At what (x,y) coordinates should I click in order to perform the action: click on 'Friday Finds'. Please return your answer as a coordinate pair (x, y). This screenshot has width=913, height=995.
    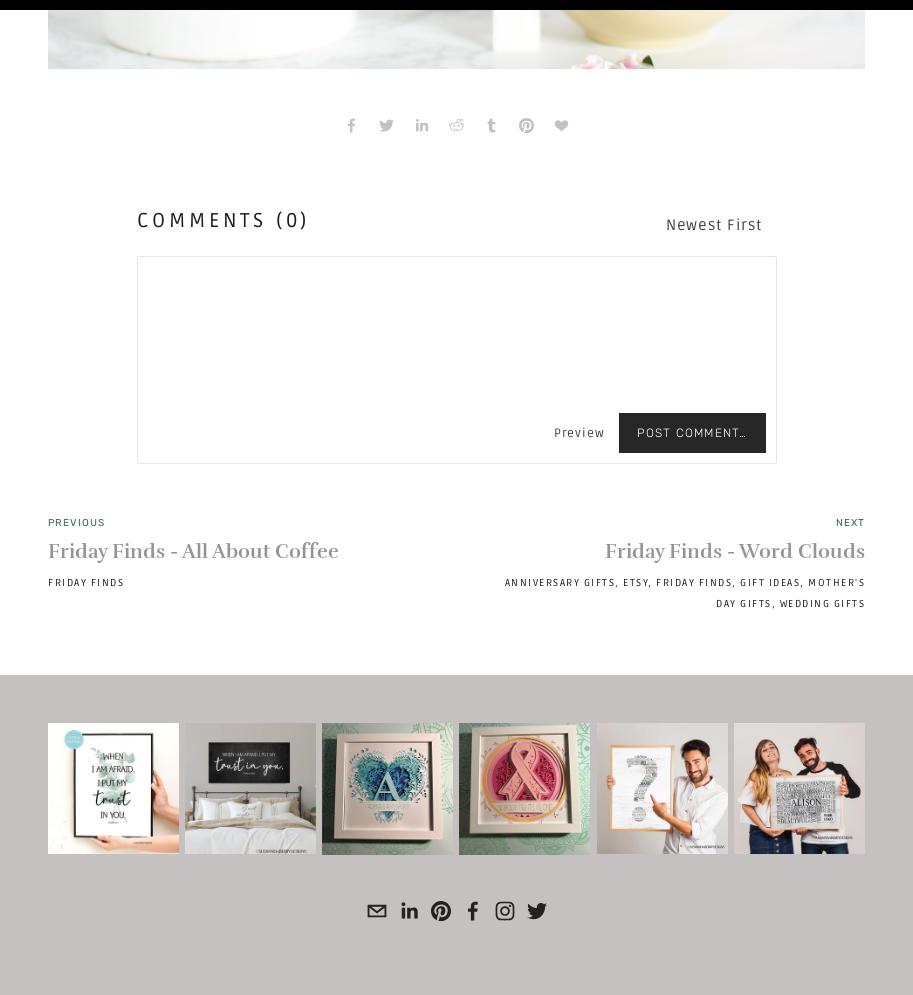
    Looking at the image, I should click on (86, 581).